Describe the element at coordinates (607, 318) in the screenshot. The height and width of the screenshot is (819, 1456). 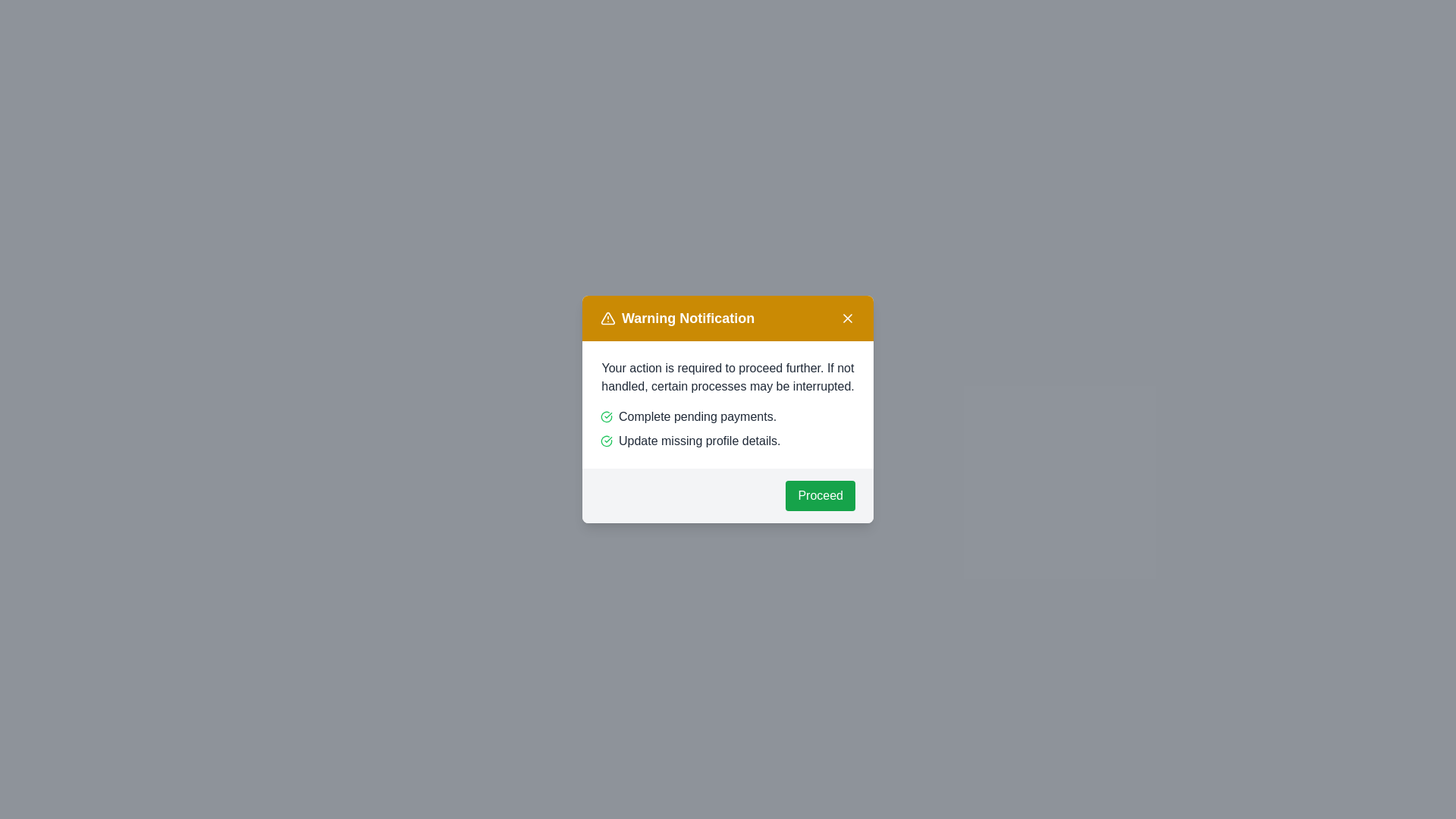
I see `the triangular warning icon located to the left of the 'Warning Notification' title text, which is styled in white with a yellow background` at that location.